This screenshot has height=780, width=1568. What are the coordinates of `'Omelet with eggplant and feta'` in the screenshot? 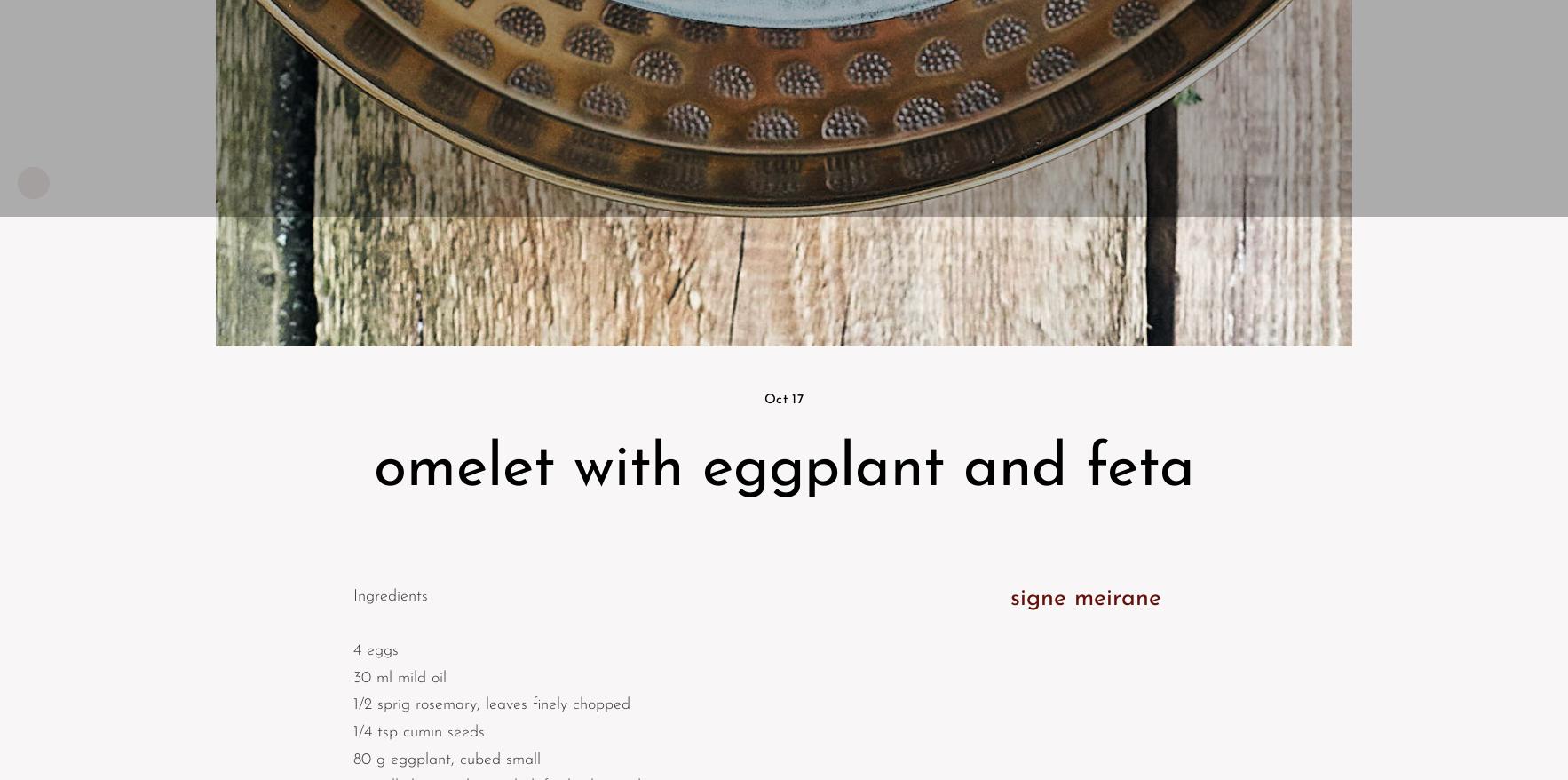 It's located at (783, 468).